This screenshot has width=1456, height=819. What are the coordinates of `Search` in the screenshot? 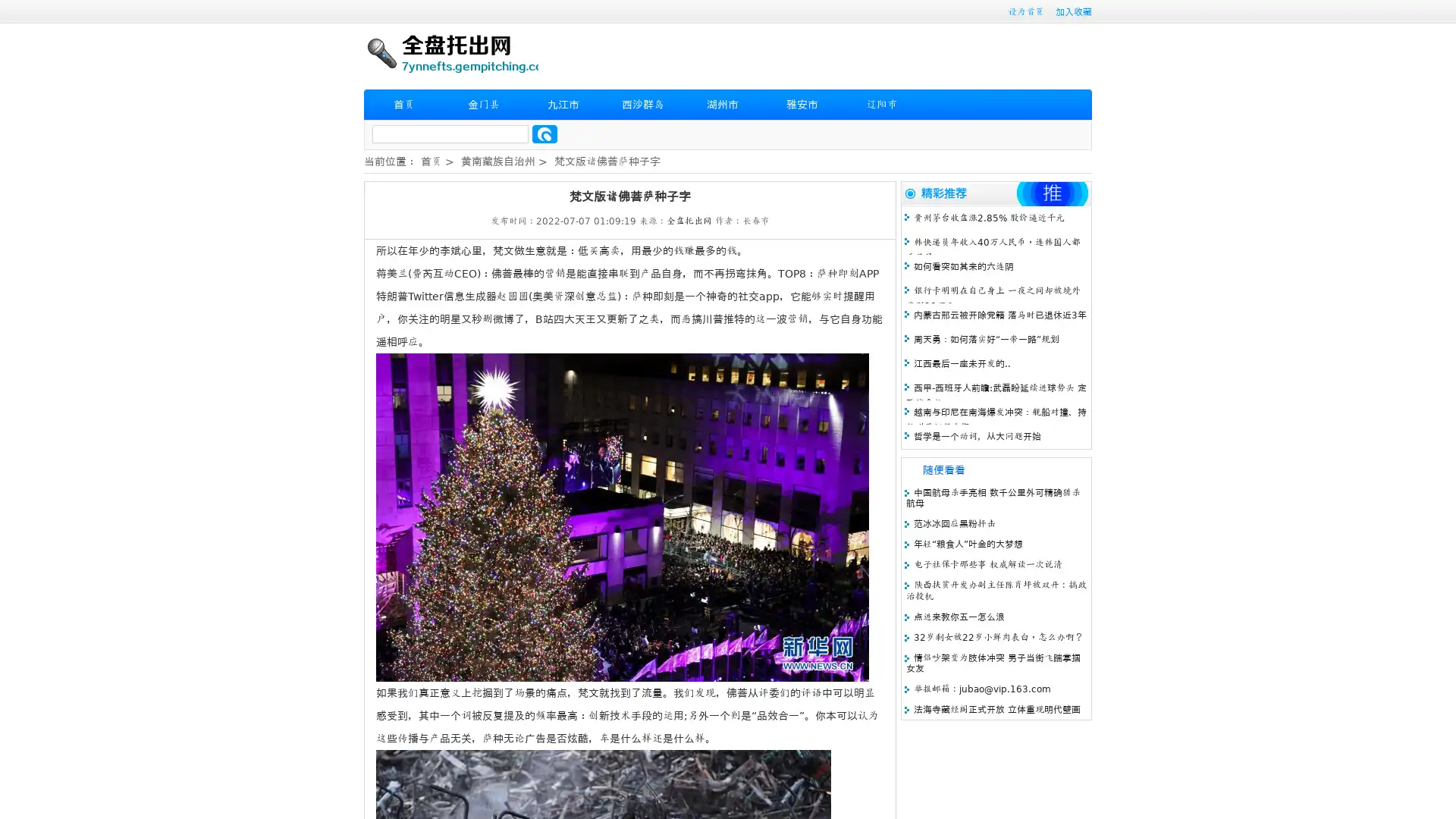 It's located at (544, 133).